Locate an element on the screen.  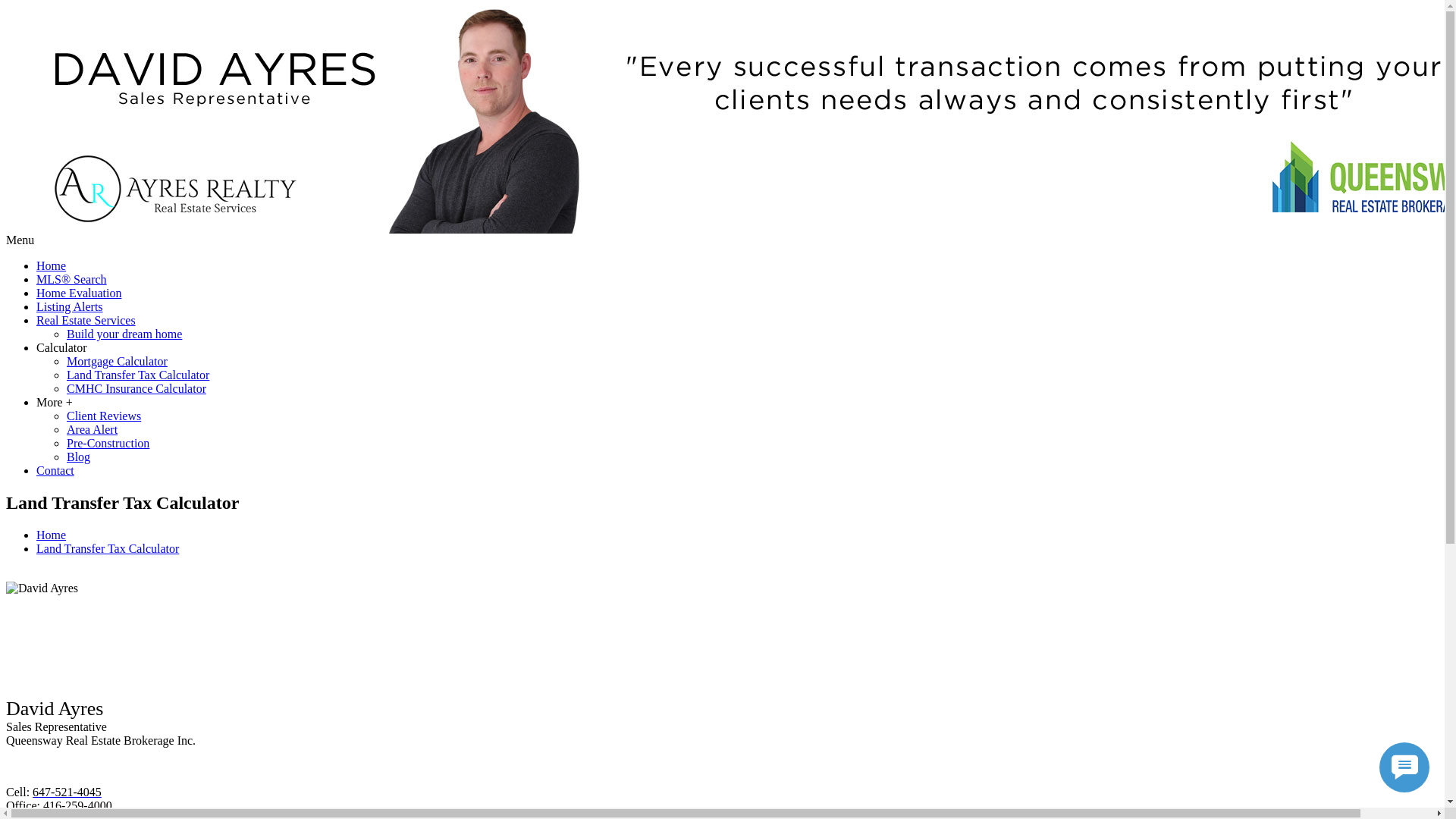
'Blog' is located at coordinates (77, 456).